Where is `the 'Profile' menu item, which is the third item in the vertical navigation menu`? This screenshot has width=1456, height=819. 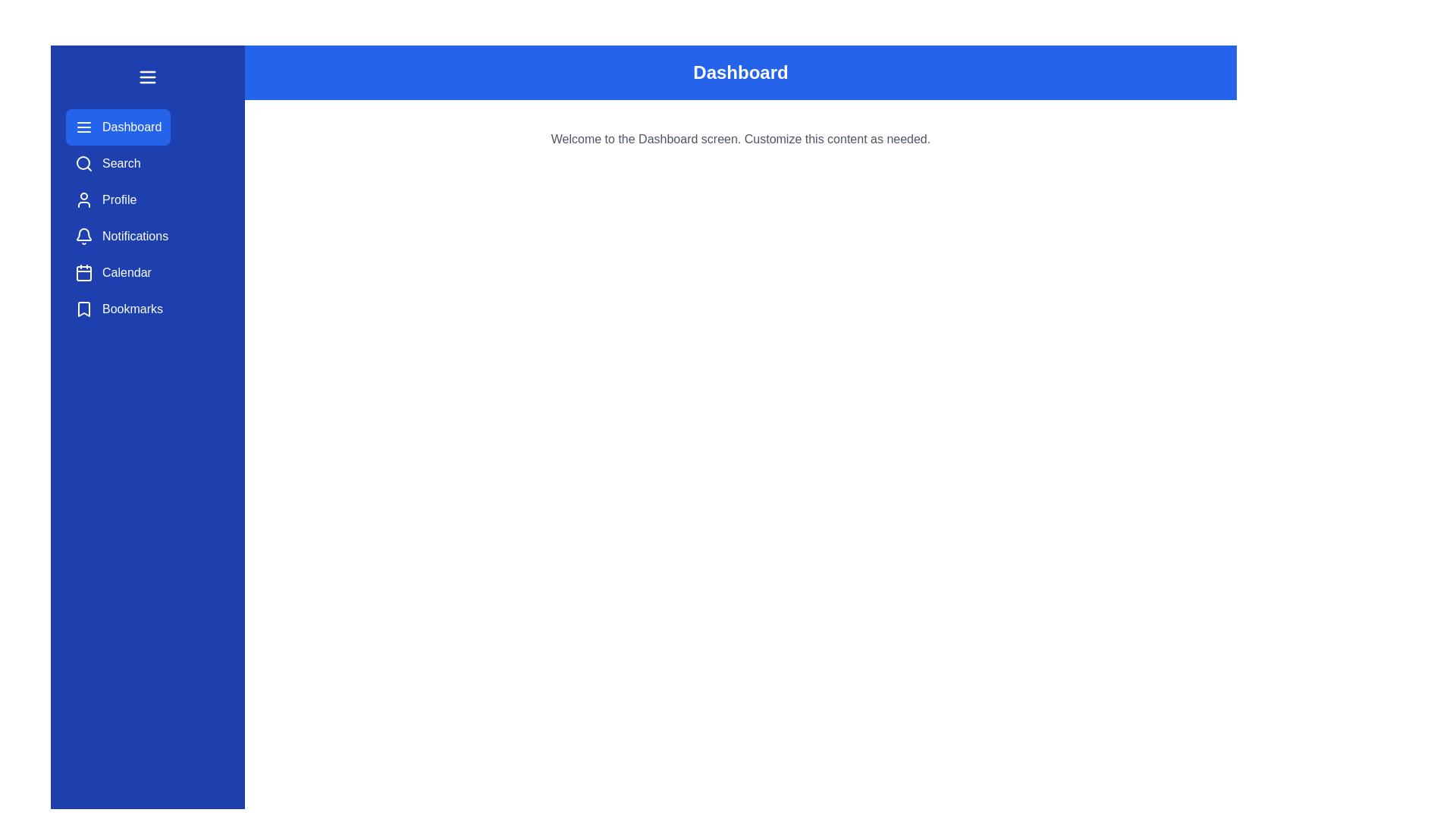 the 'Profile' menu item, which is the third item in the vertical navigation menu is located at coordinates (105, 199).